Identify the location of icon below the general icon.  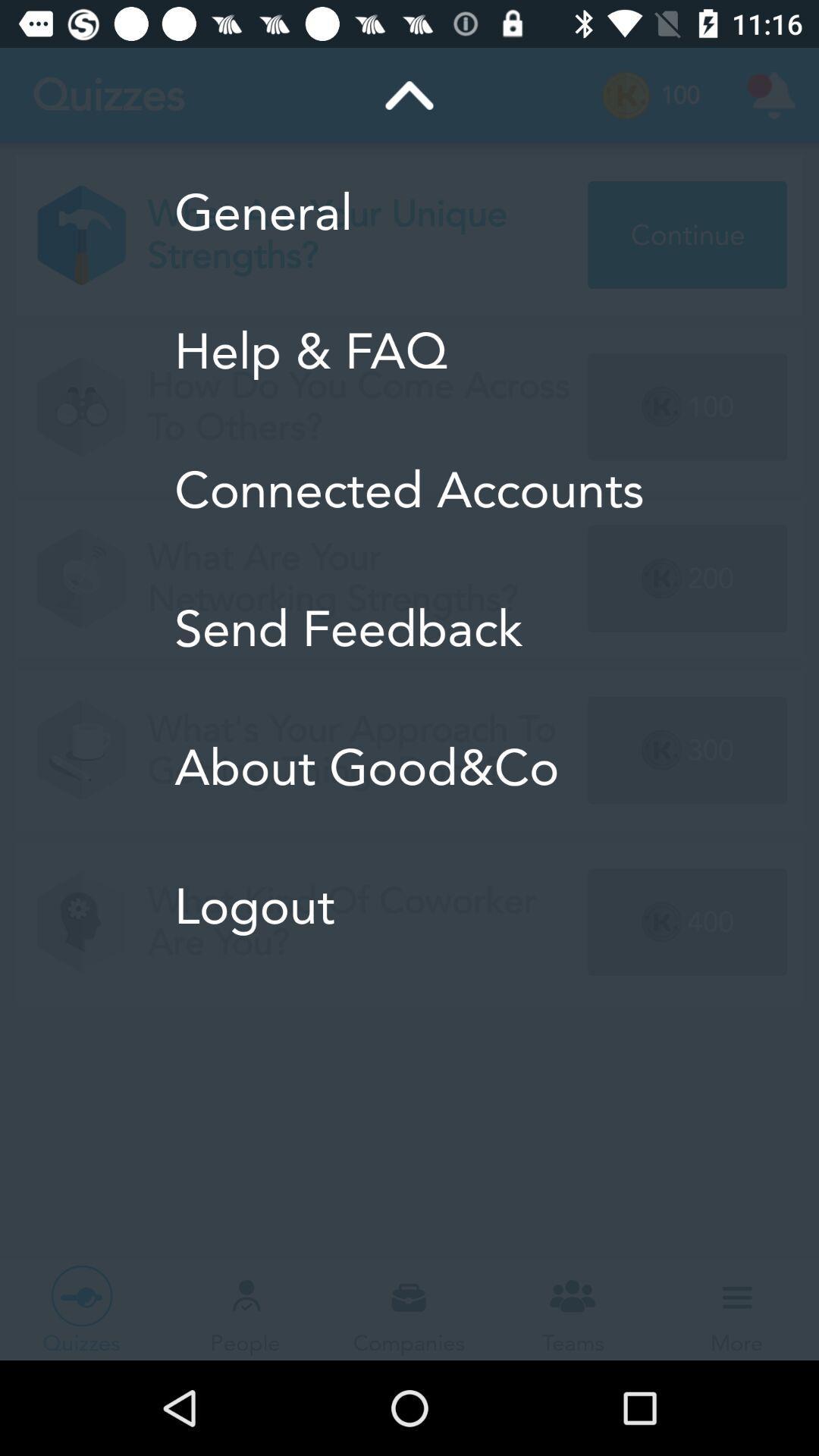
(408, 350).